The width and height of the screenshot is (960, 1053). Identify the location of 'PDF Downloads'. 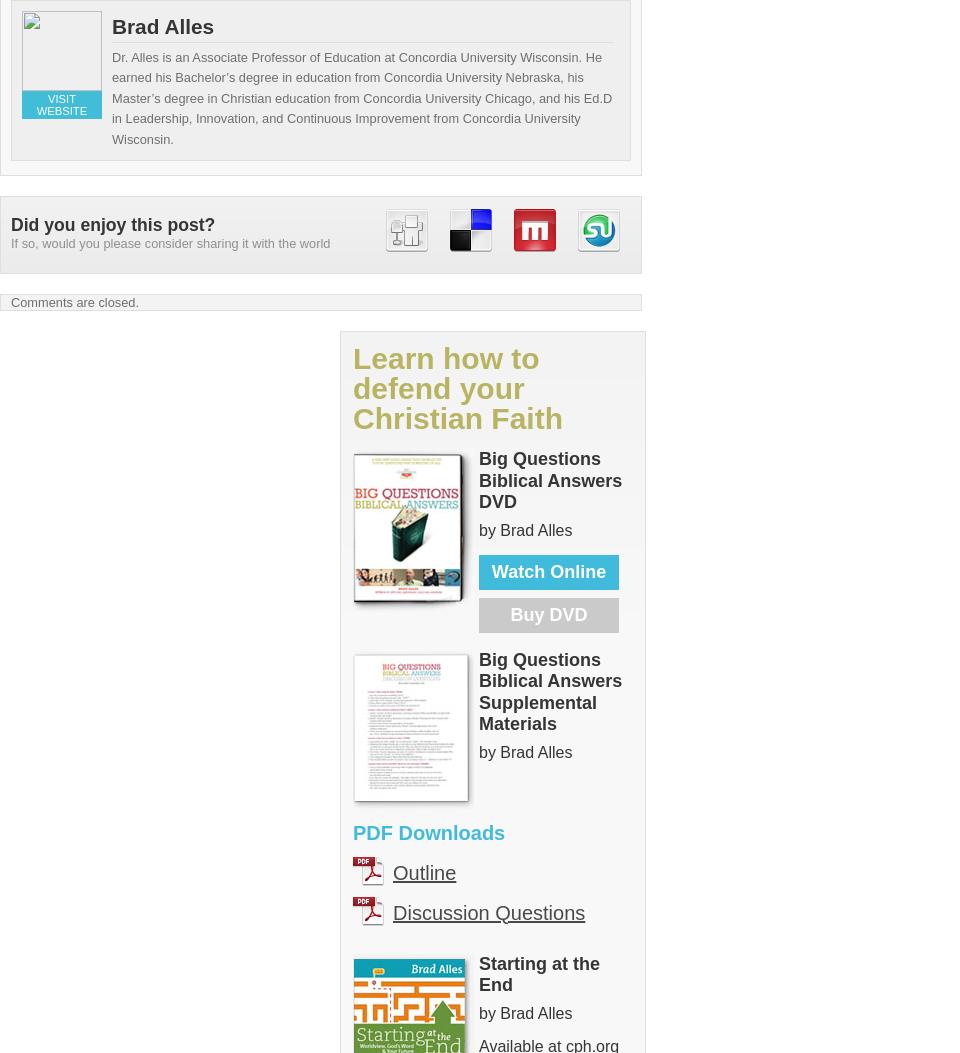
(429, 830).